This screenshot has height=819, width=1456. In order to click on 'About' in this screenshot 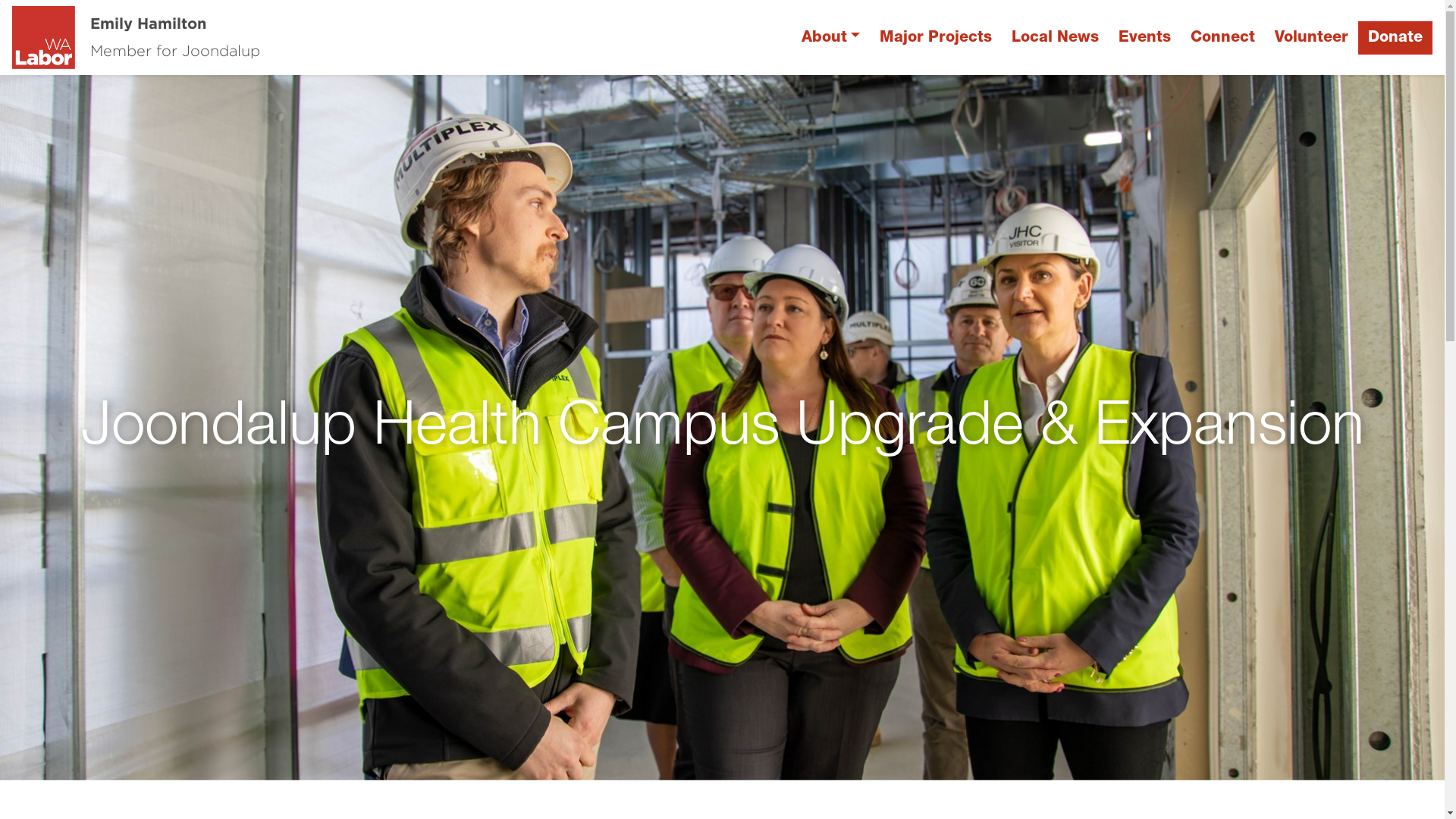, I will do `click(830, 37)`.